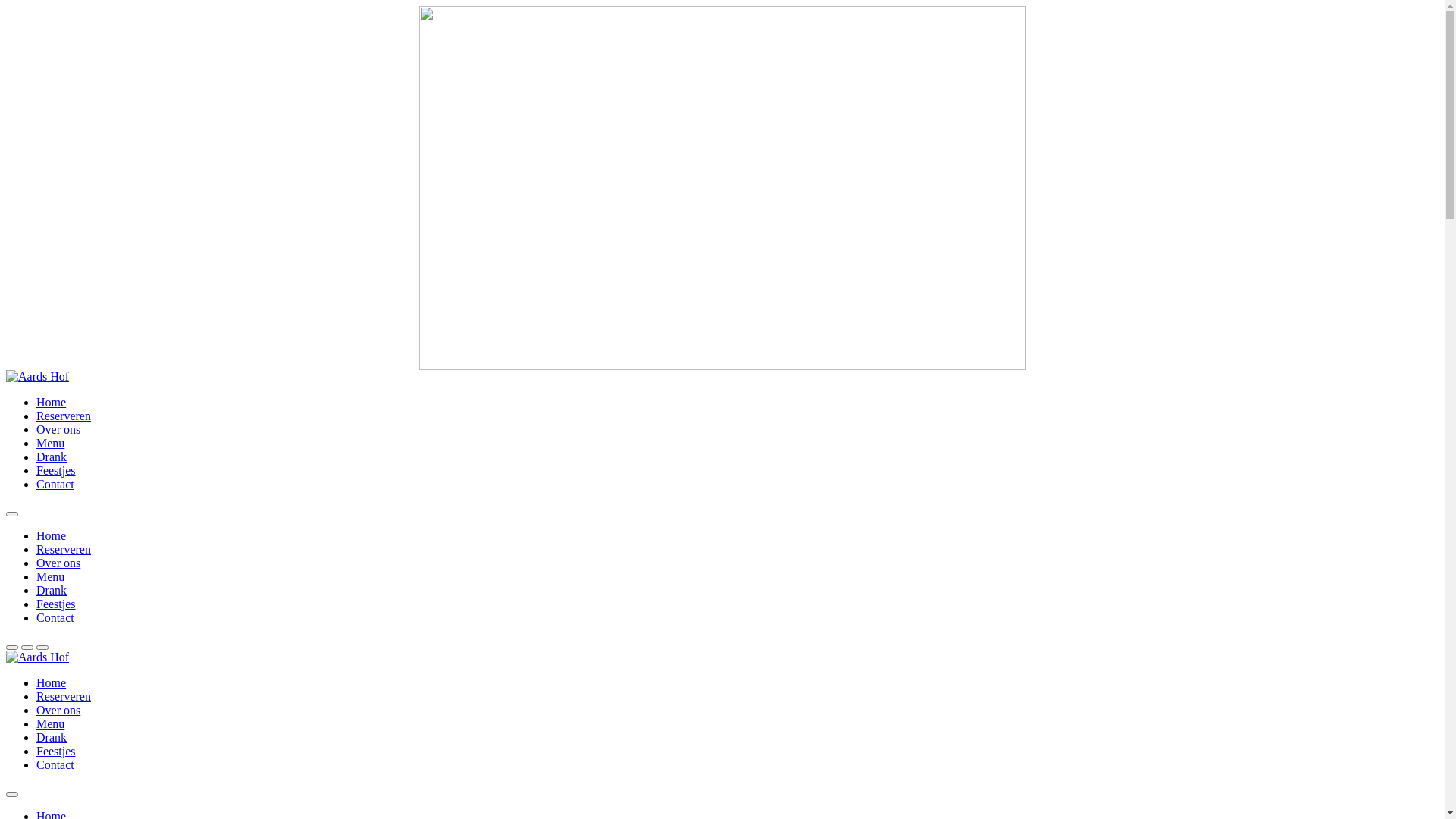 Image resolution: width=1456 pixels, height=819 pixels. Describe the element at coordinates (58, 563) in the screenshot. I see `'Over ons'` at that location.